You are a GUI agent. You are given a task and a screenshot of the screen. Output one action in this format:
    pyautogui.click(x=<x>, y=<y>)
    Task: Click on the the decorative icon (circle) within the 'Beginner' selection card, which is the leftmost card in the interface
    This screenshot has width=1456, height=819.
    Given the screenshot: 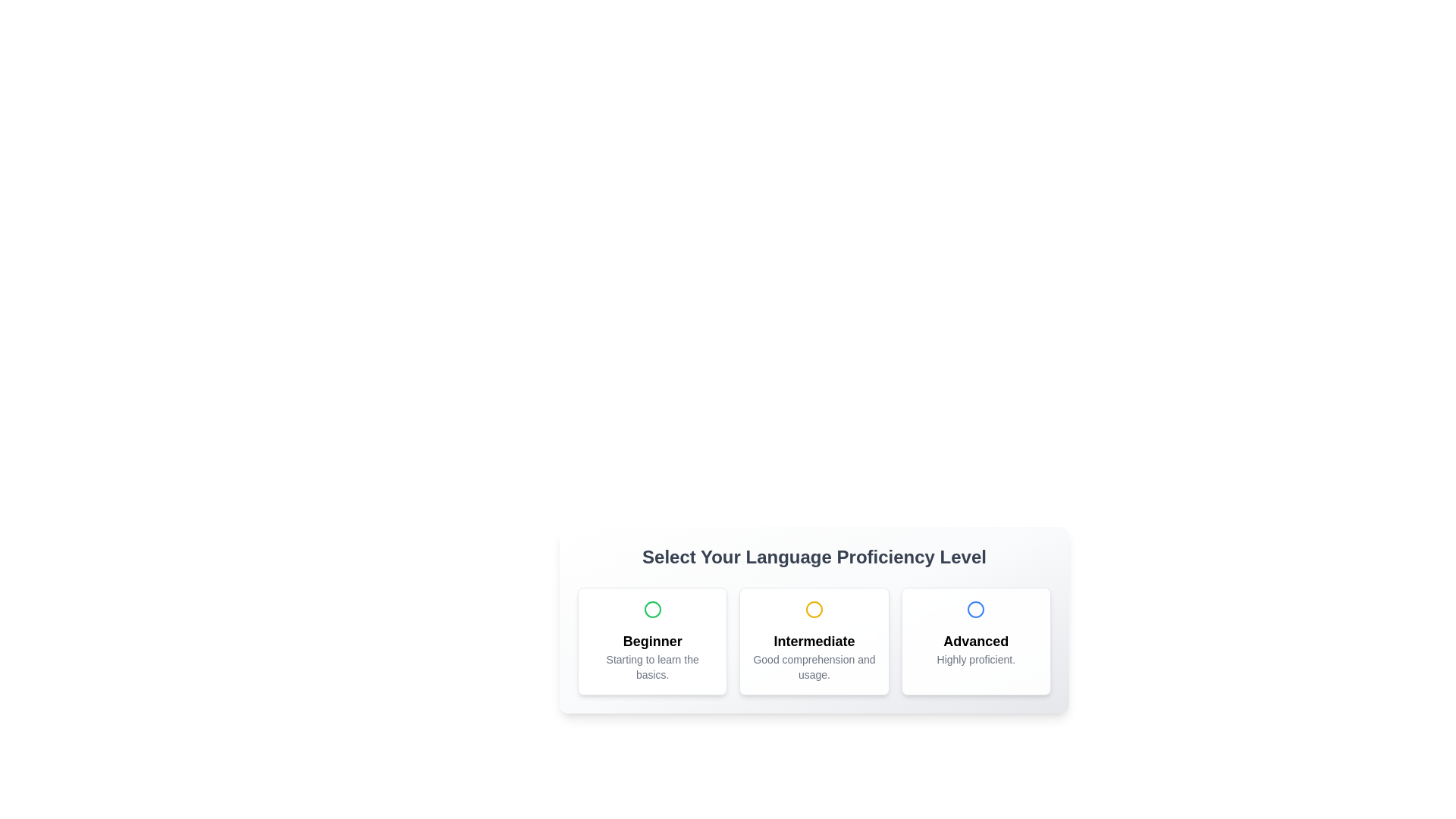 What is the action you would take?
    pyautogui.click(x=652, y=608)
    